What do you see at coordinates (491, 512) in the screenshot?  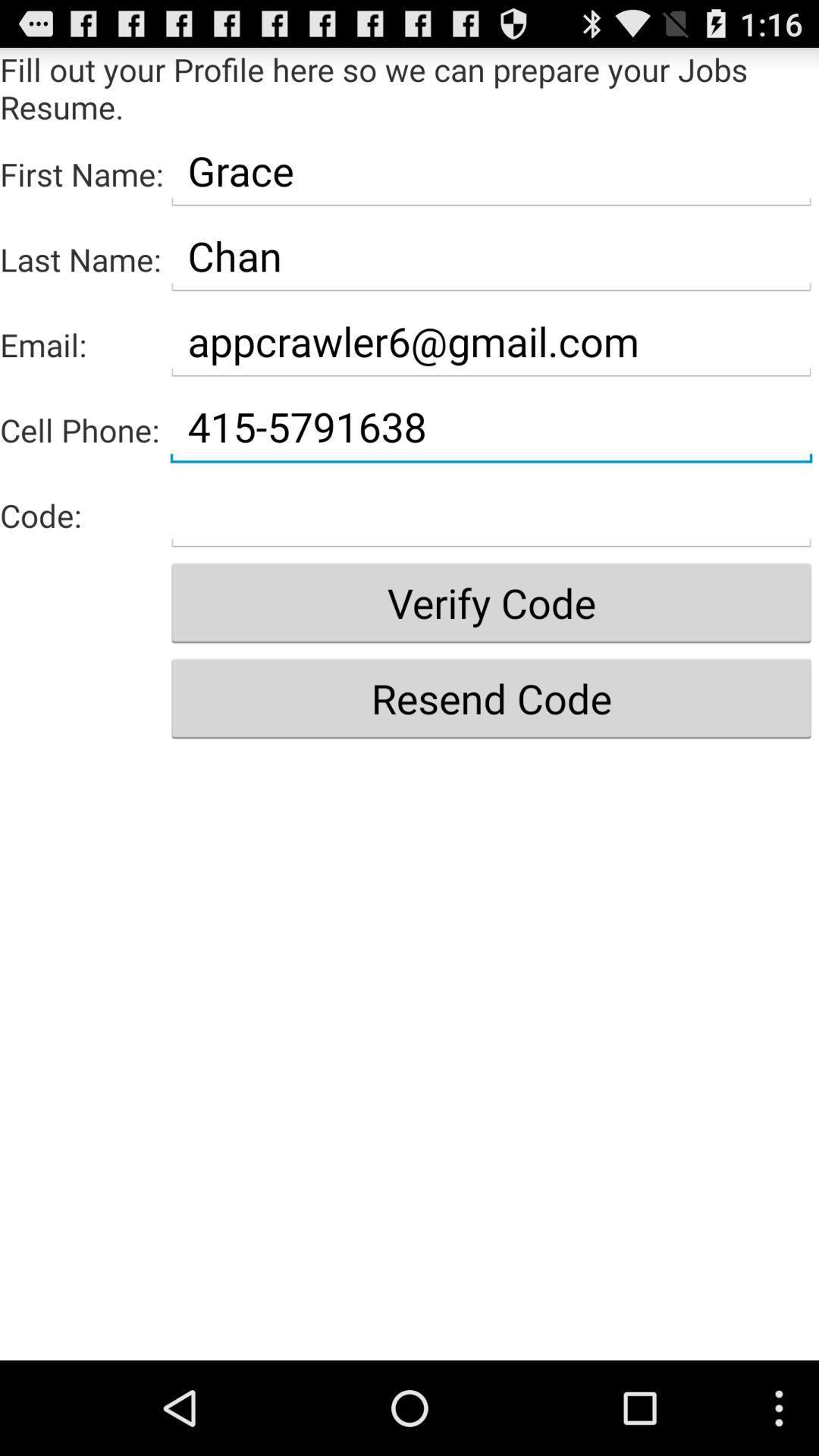 I see `code` at bounding box center [491, 512].